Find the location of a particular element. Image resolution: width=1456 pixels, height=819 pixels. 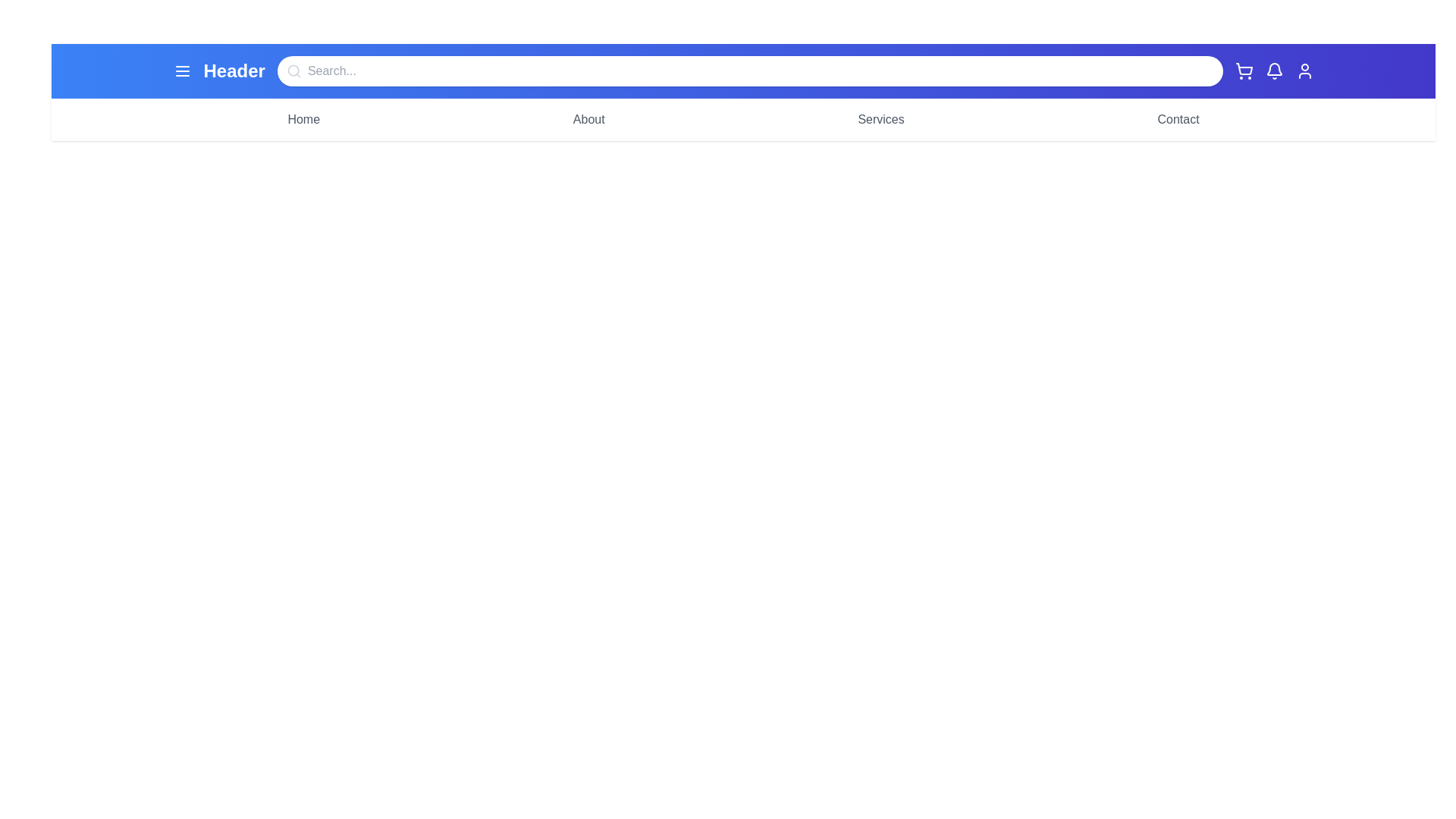

the menu item Contact from the menu bar is located at coordinates (1178, 119).